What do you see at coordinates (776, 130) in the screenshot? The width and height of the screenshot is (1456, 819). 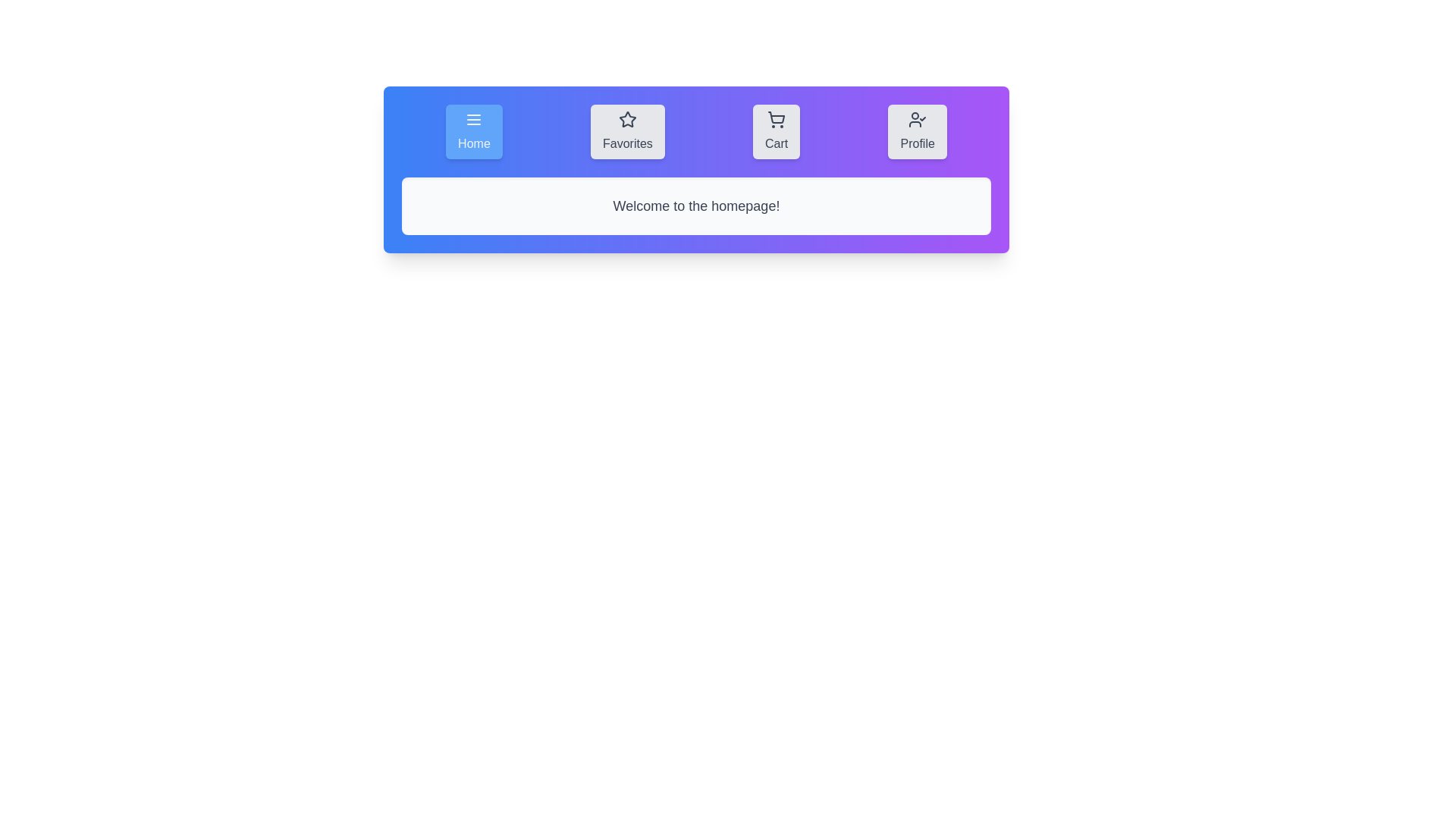 I see `the 'Cart' button, which is a rounded rectangular button with a light gray background and a shopping cart icon above the text 'Cart', located centrally in a group of buttons` at bounding box center [776, 130].